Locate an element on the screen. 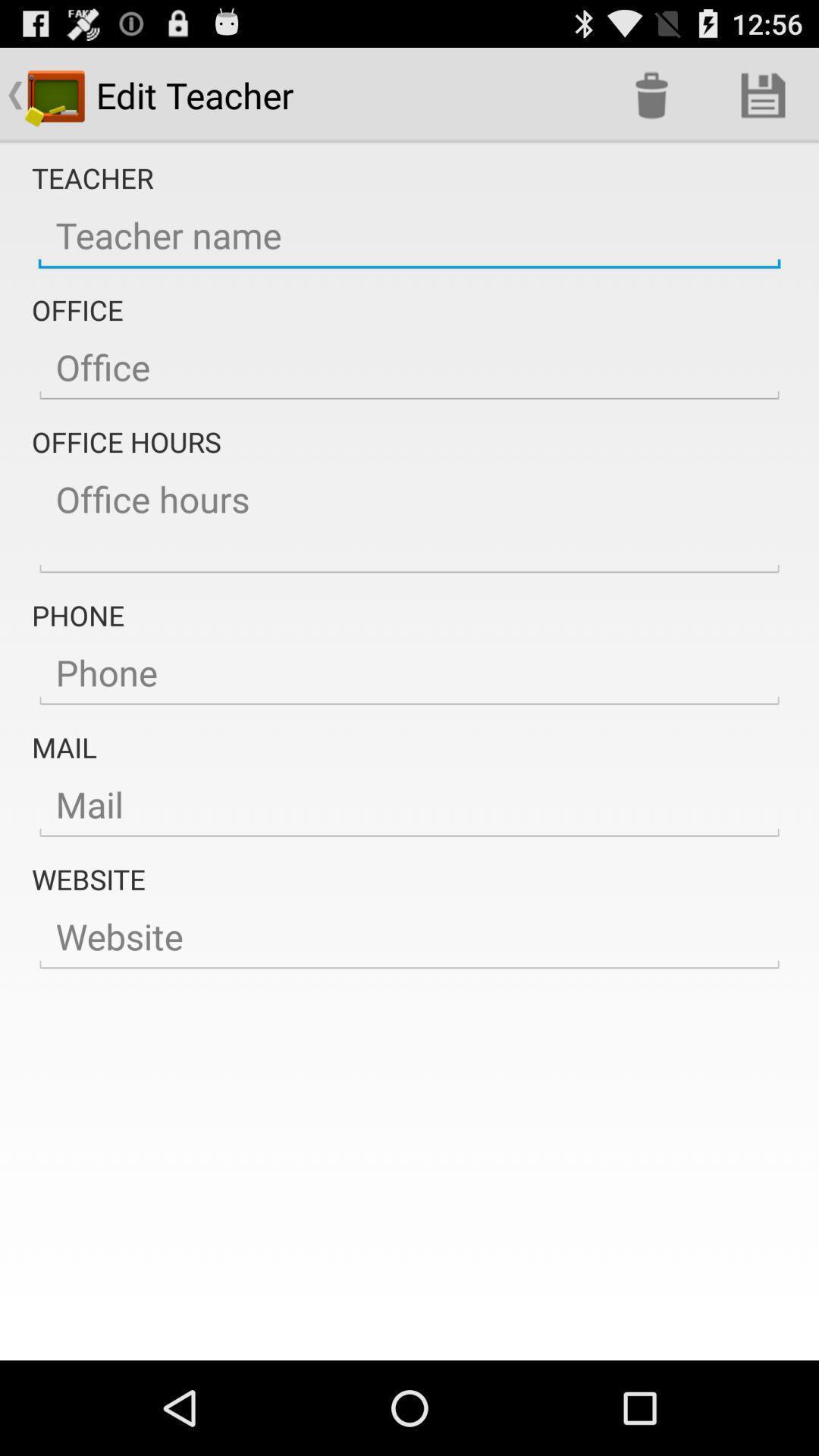 The height and width of the screenshot is (1456, 819). the icon which is to the left side of edit teacher option is located at coordinates (55, 94).